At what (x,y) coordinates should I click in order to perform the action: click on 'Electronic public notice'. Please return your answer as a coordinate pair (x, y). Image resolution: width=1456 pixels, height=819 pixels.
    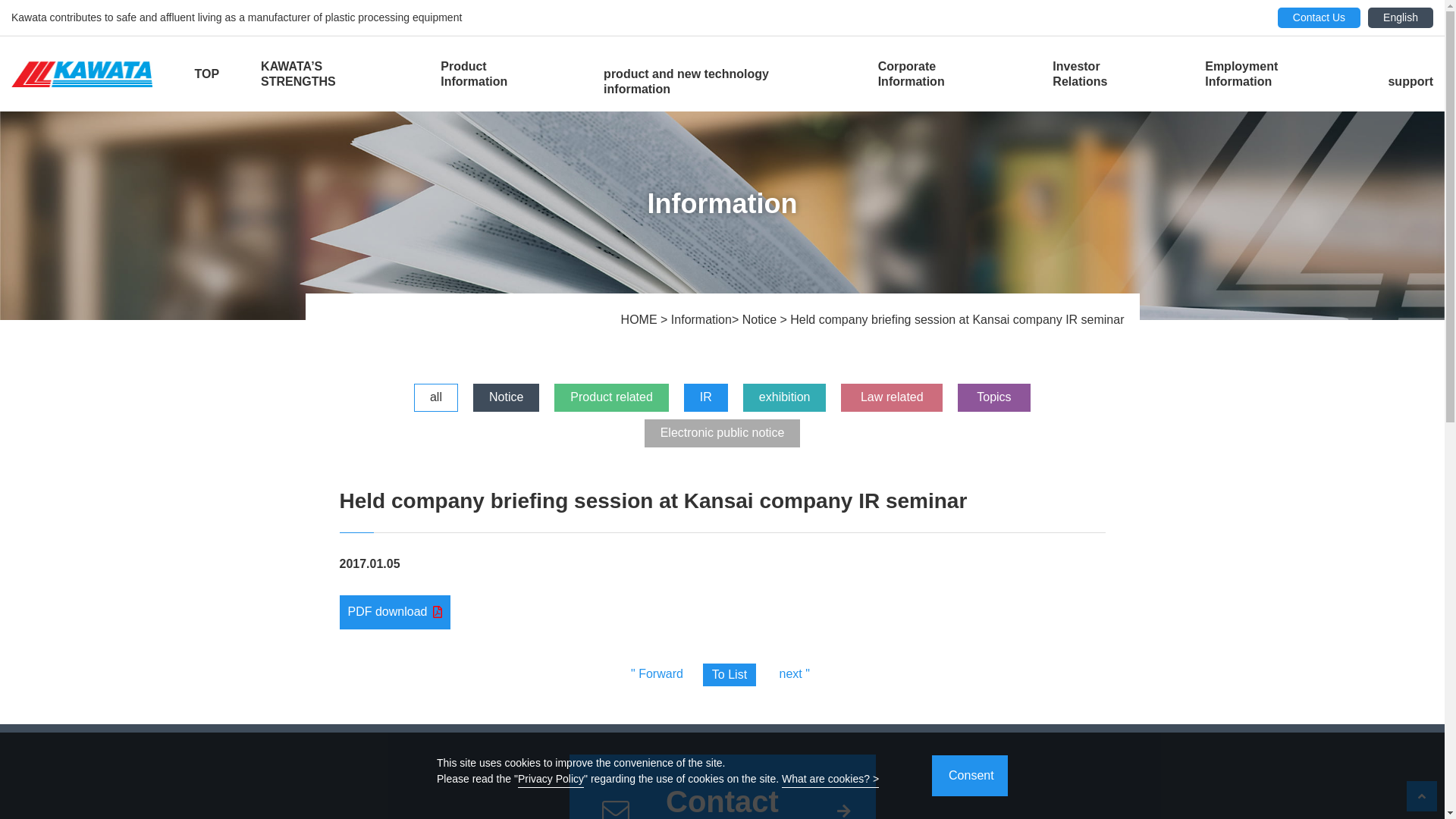
    Looking at the image, I should click on (722, 433).